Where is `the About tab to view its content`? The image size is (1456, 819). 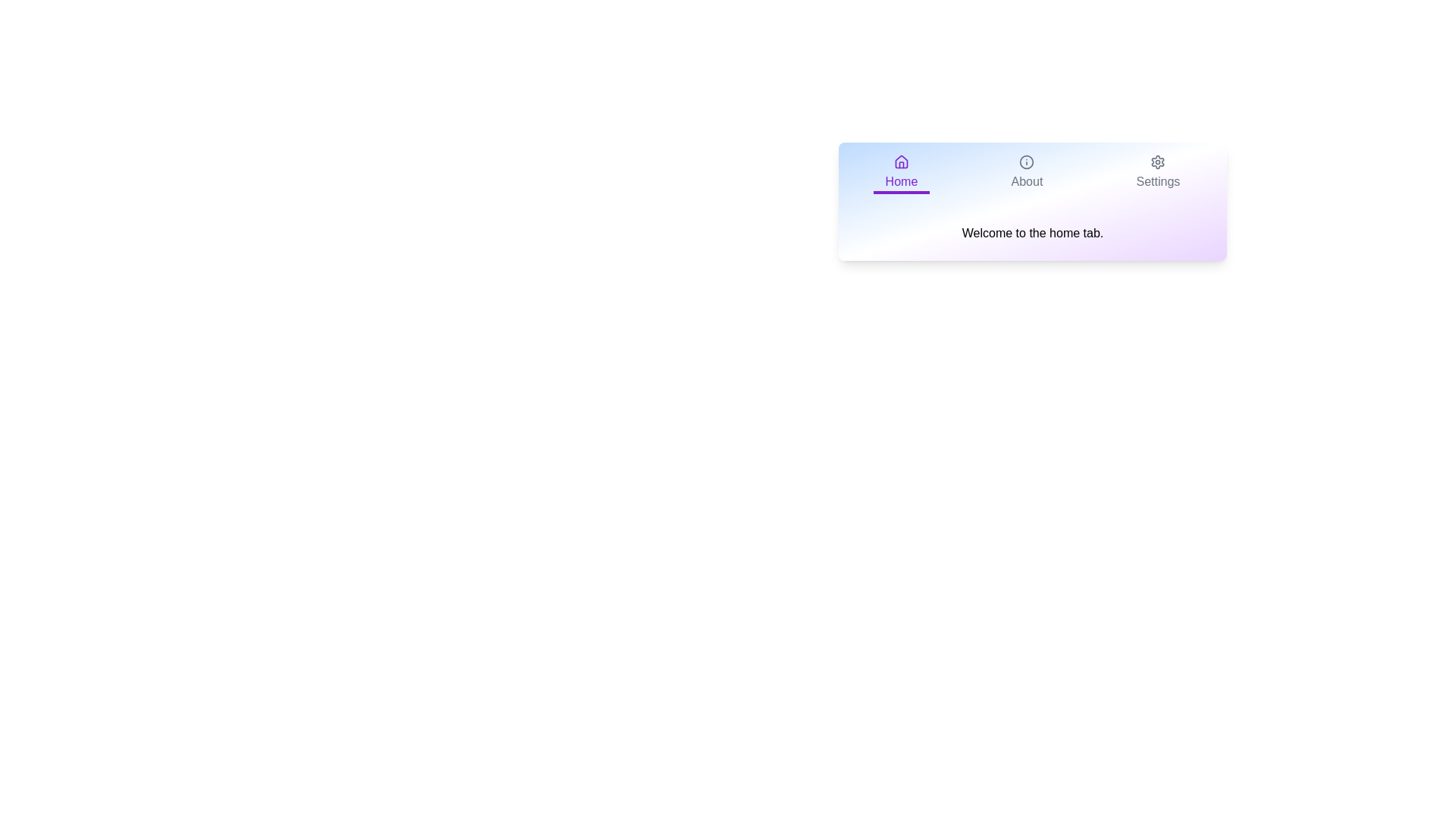 the About tab to view its content is located at coordinates (1027, 174).